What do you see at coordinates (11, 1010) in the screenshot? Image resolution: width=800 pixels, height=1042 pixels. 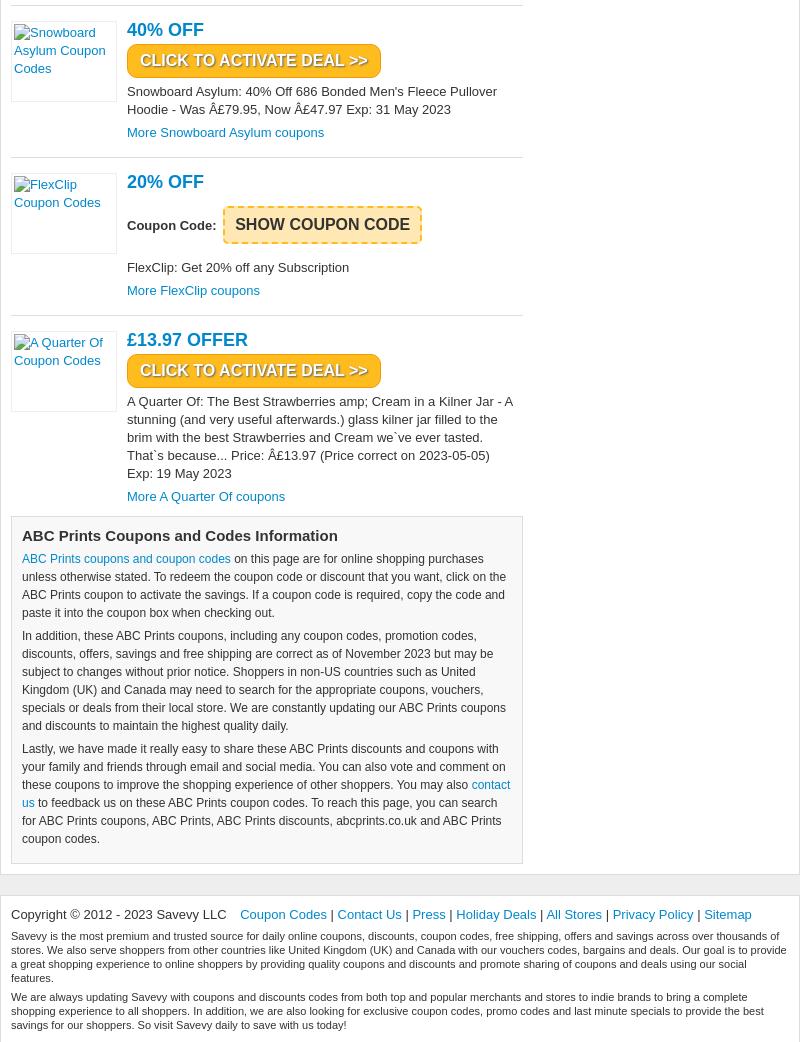 I see `'We are always updating Savevy with coupons and discounts codes from both top and popular merchants and stores to indie brands to bring a complete shopping experience to all shoppers. In addition, we are also looking for exclusive coupon codes, promo codes and last minute specials to provide the best savings for our shoppers. So visit Savevy daily to save with us today!'` at bounding box center [11, 1010].